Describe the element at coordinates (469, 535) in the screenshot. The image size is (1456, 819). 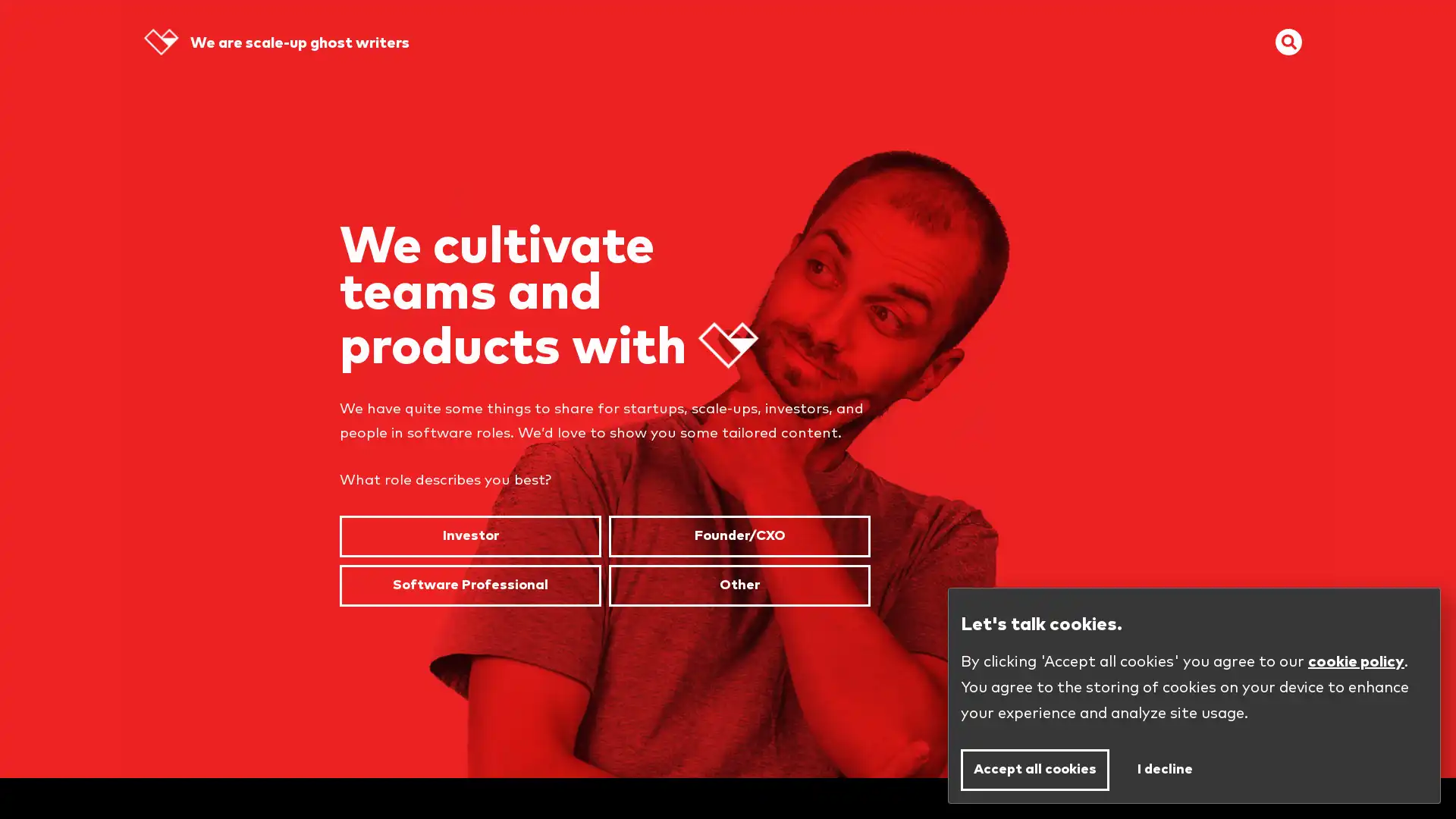
I see `Investor` at that location.